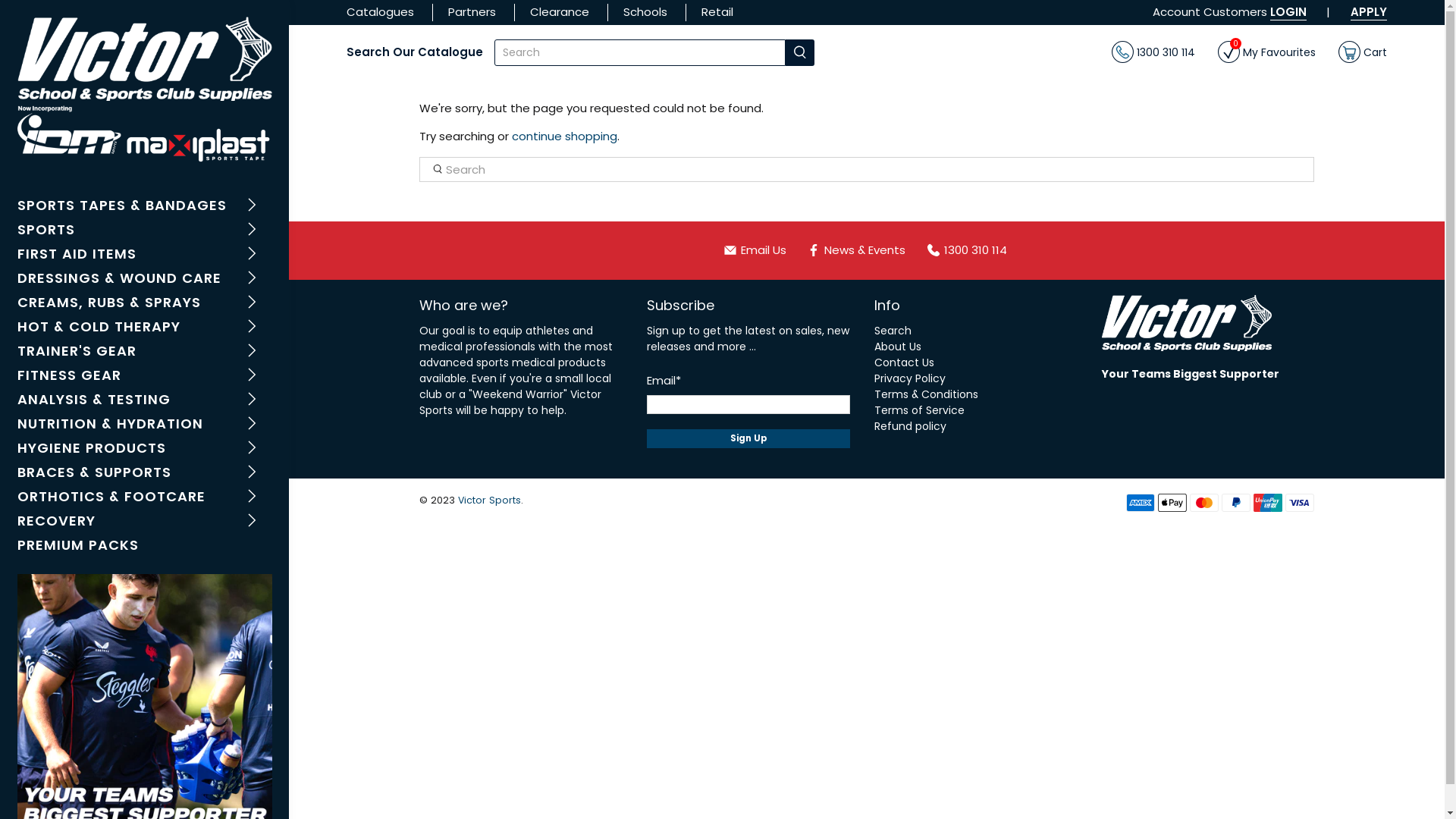  What do you see at coordinates (1270, 11) in the screenshot?
I see `'LOGIN'` at bounding box center [1270, 11].